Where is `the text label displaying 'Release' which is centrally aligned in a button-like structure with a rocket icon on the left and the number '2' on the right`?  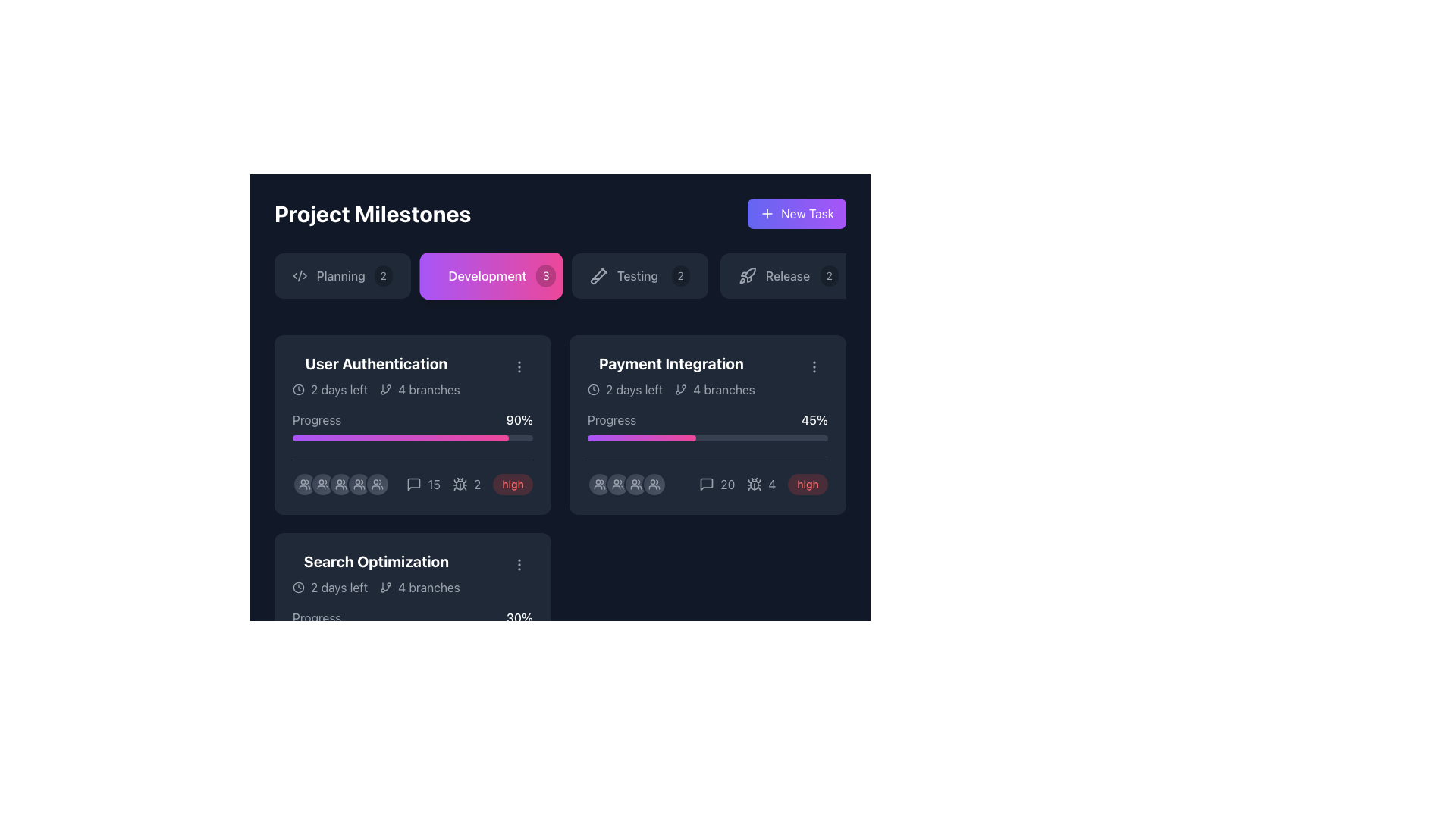
the text label displaying 'Release' which is centrally aligned in a button-like structure with a rocket icon on the left and the number '2' on the right is located at coordinates (788, 275).